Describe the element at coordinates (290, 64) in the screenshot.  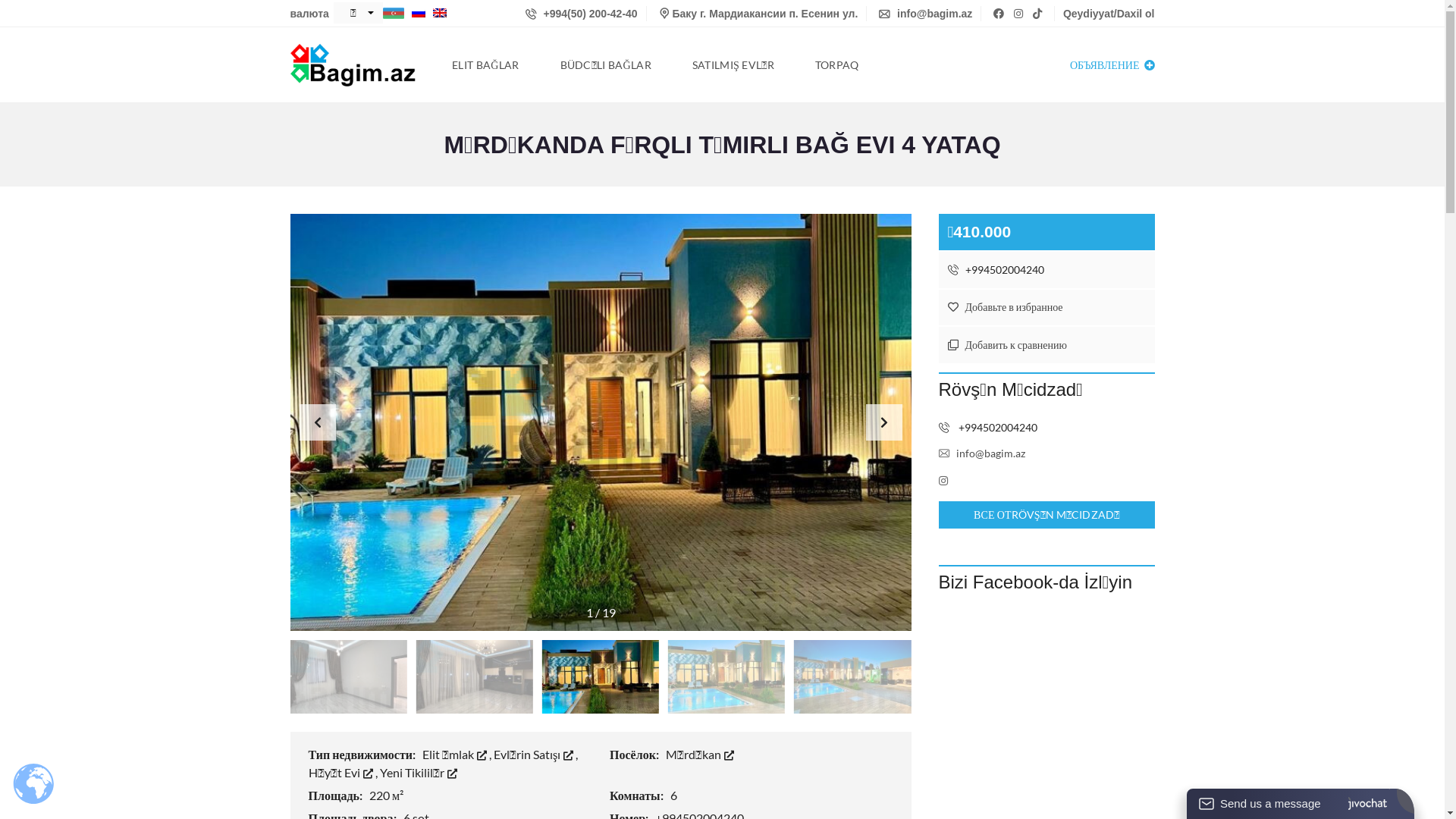
I see `'Bagim.Az'` at that location.